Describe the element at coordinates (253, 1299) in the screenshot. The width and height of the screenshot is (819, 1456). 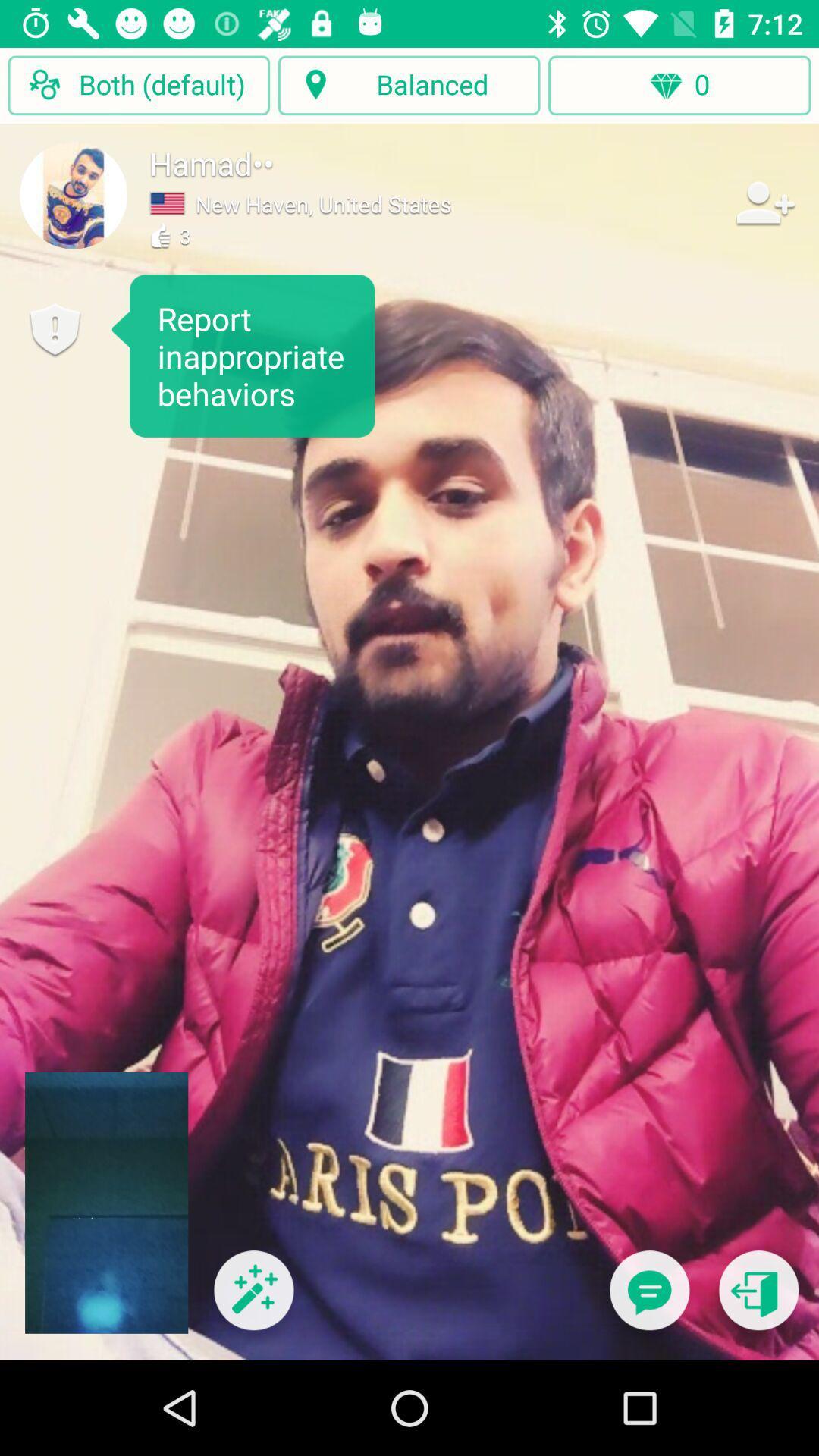
I see `effects` at that location.